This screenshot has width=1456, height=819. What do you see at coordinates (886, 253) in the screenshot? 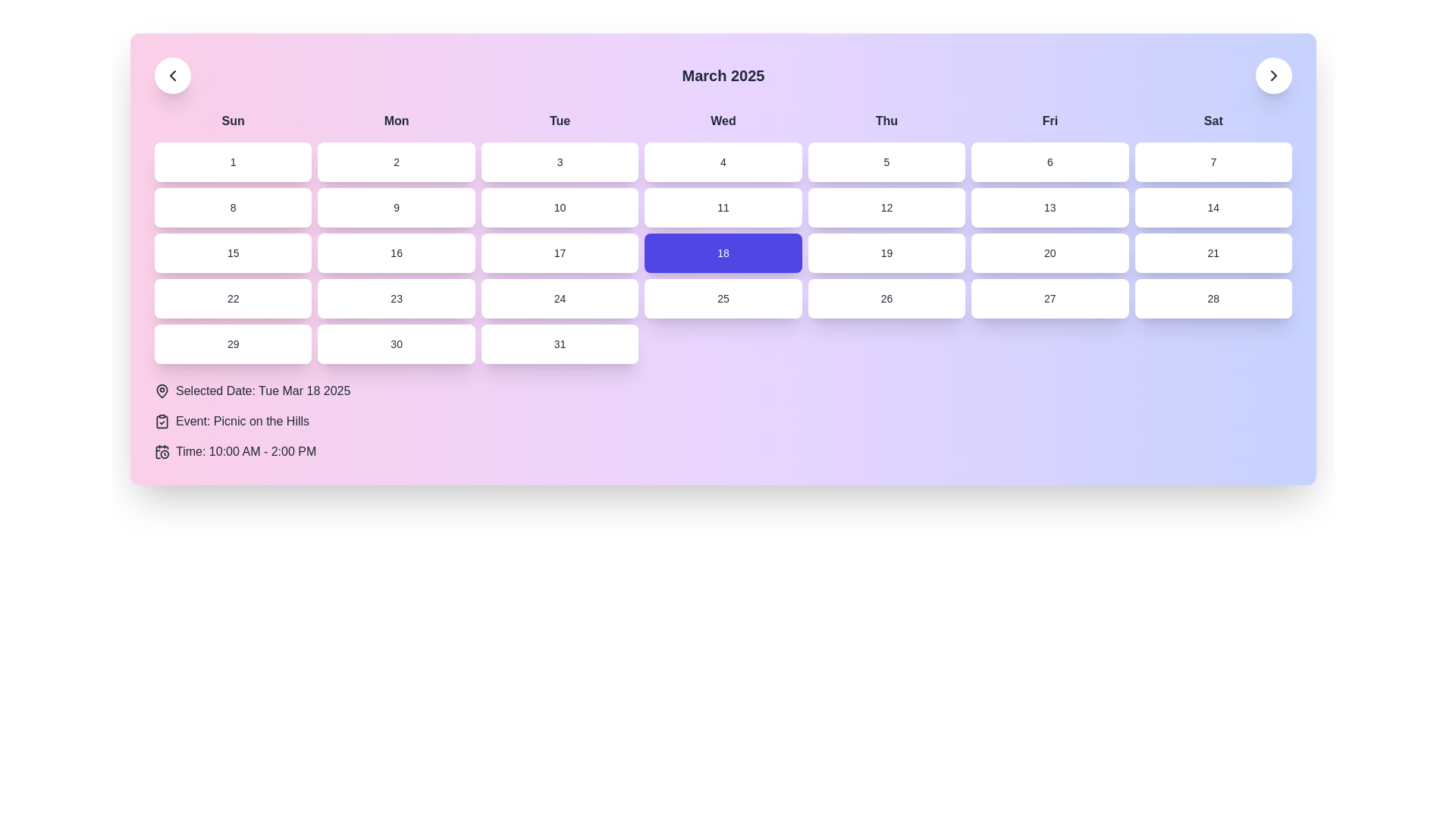
I see `the white rectangular button labeled '19' in the calendar interface, which changes to indigo on hover` at bounding box center [886, 253].